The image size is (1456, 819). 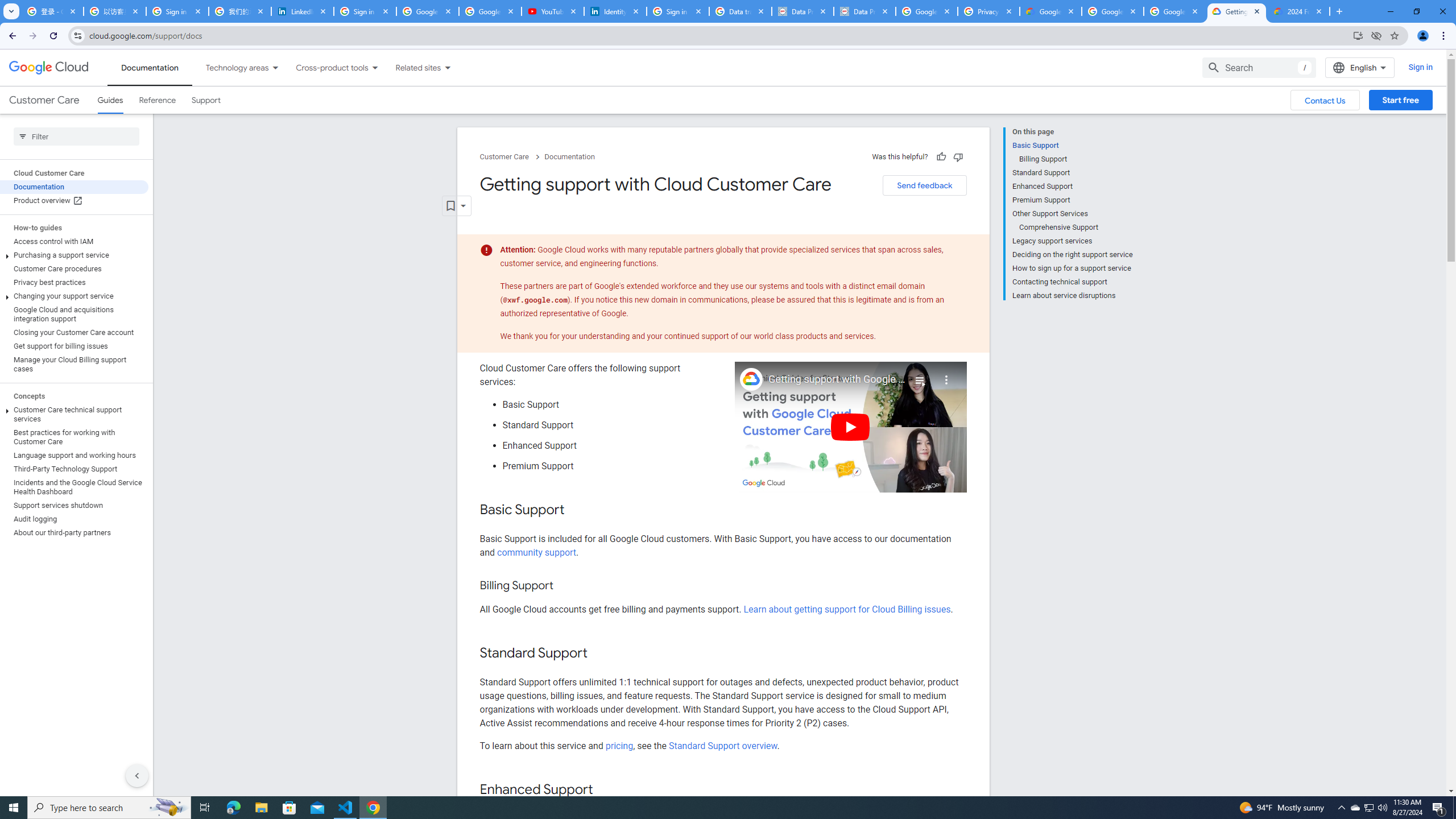 What do you see at coordinates (74, 413) in the screenshot?
I see `'Customer Care technical support services'` at bounding box center [74, 413].